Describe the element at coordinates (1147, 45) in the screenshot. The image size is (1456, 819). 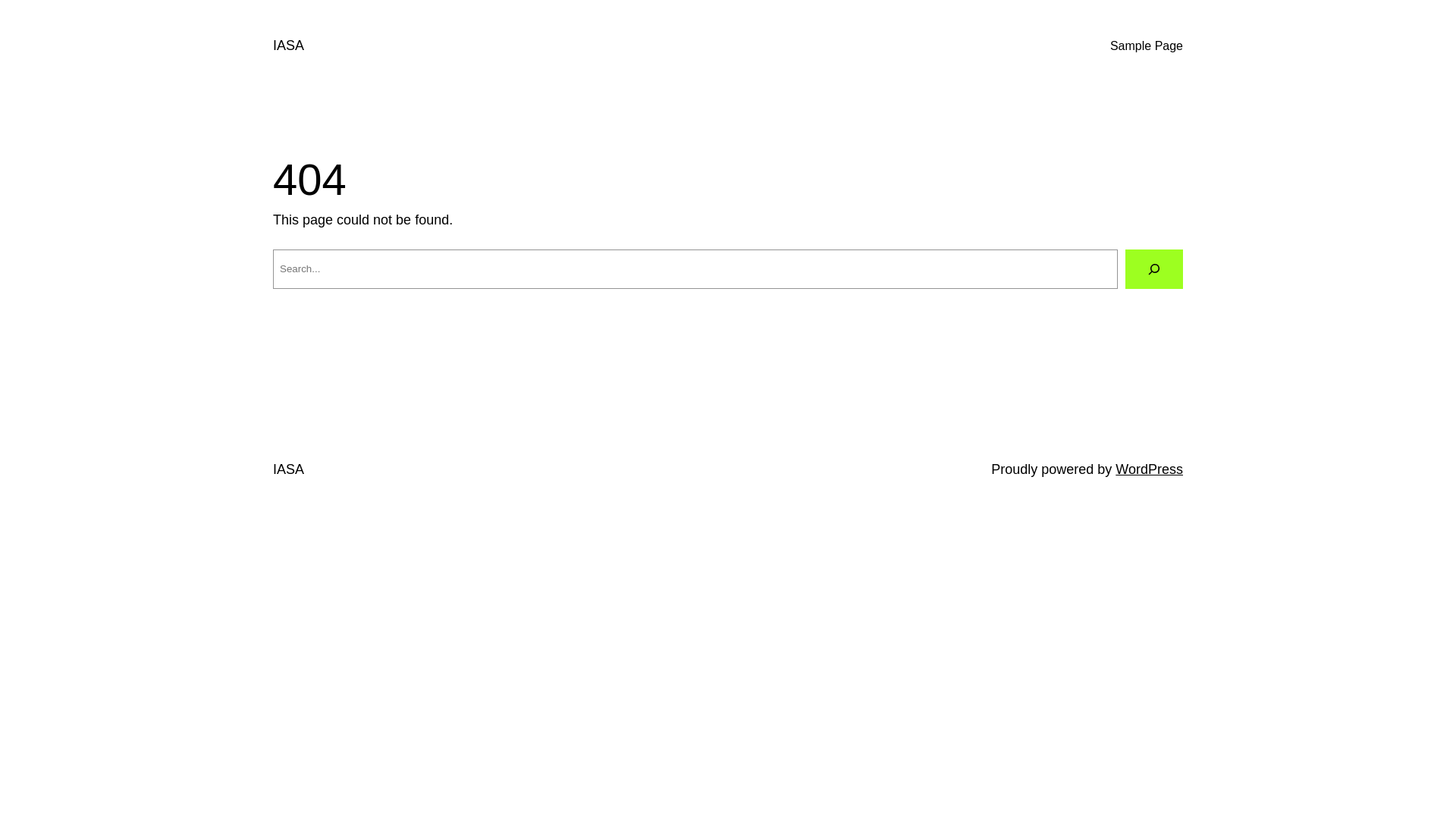
I see `'Sample Page'` at that location.